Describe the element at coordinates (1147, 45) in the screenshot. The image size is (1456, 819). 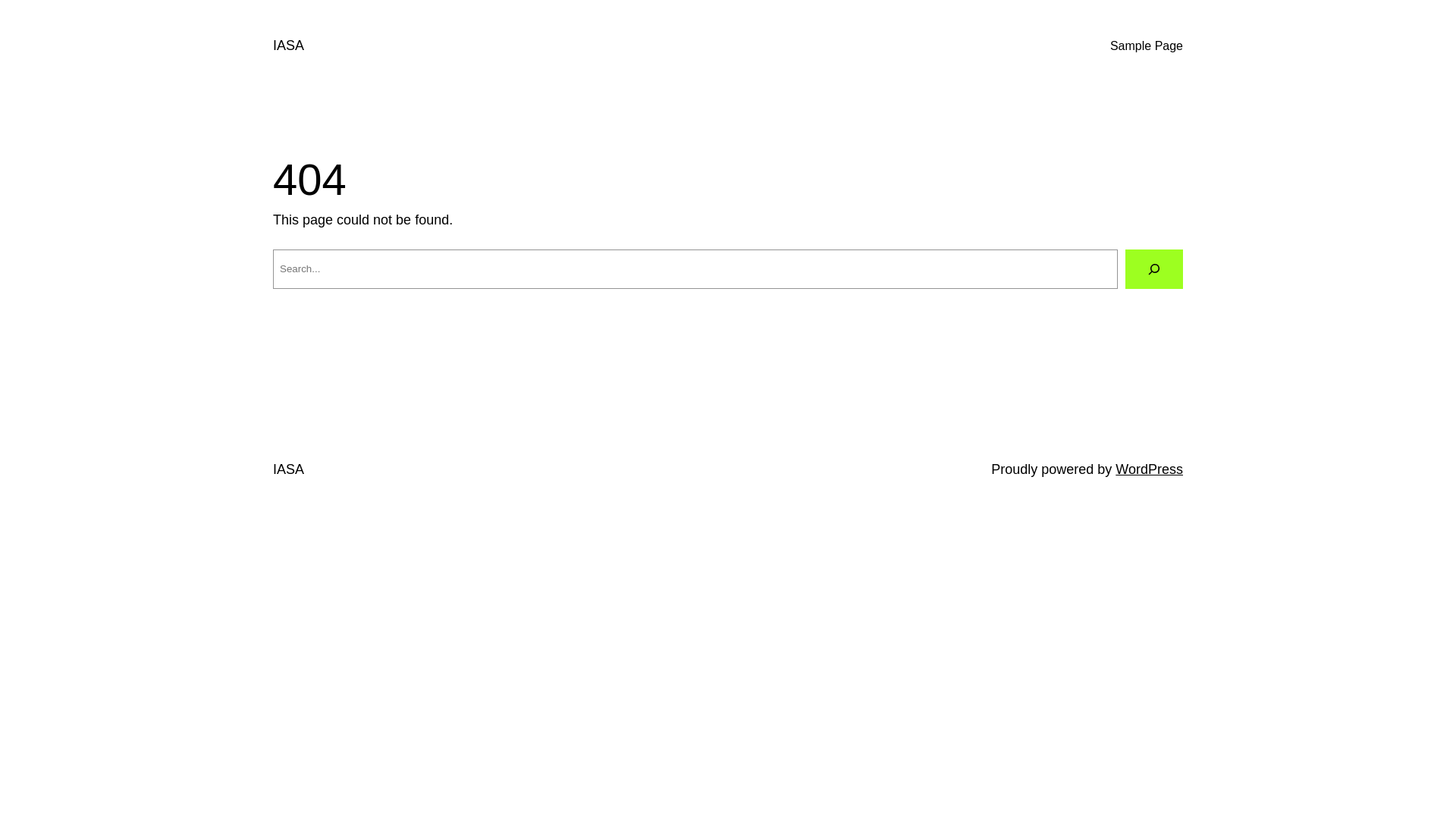
I see `'Sample Page'` at that location.